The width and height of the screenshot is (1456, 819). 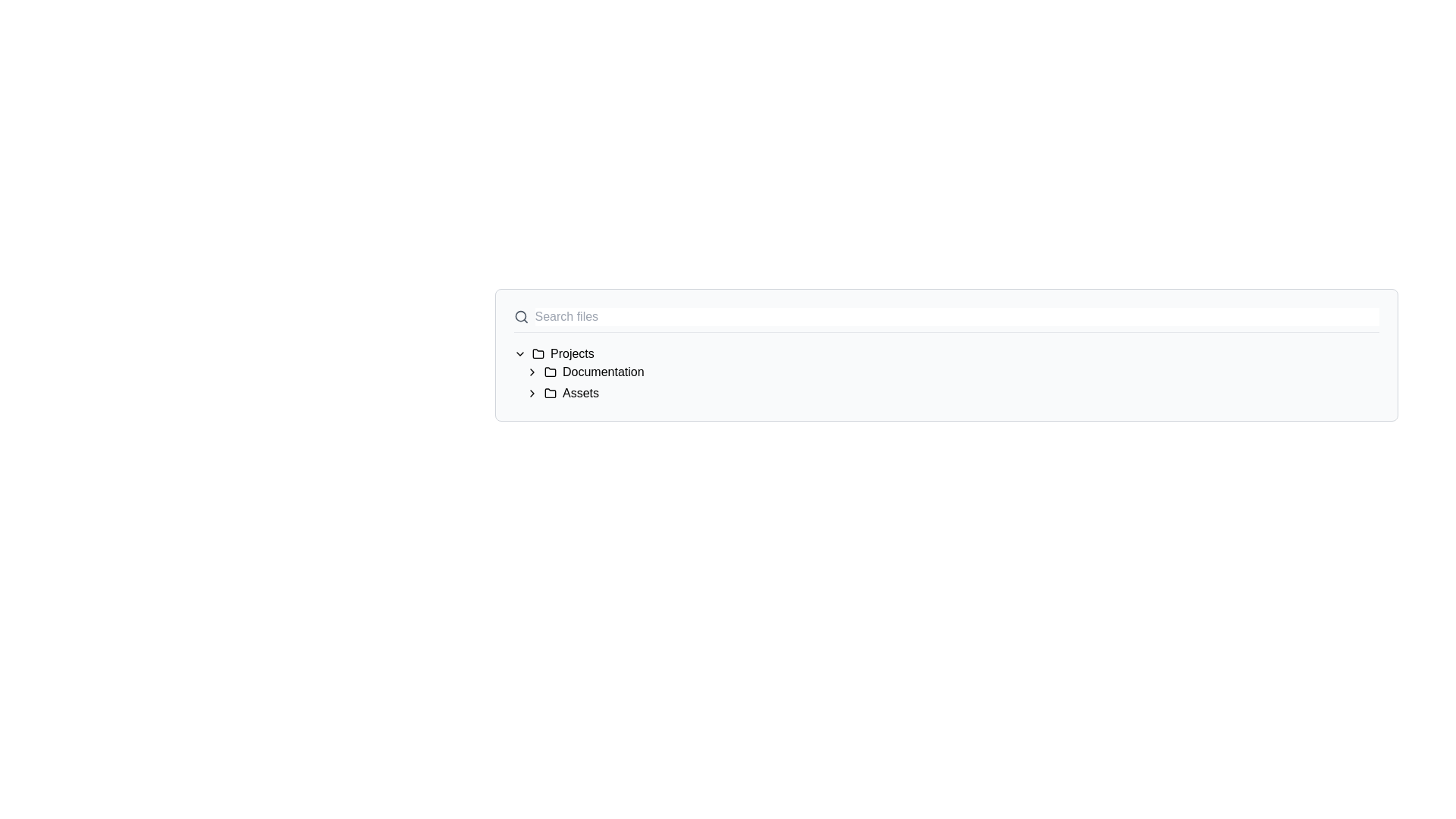 What do you see at coordinates (538, 353) in the screenshot?
I see `the folder icon representing the 'Projects' directory on the left-hand side of the interface` at bounding box center [538, 353].